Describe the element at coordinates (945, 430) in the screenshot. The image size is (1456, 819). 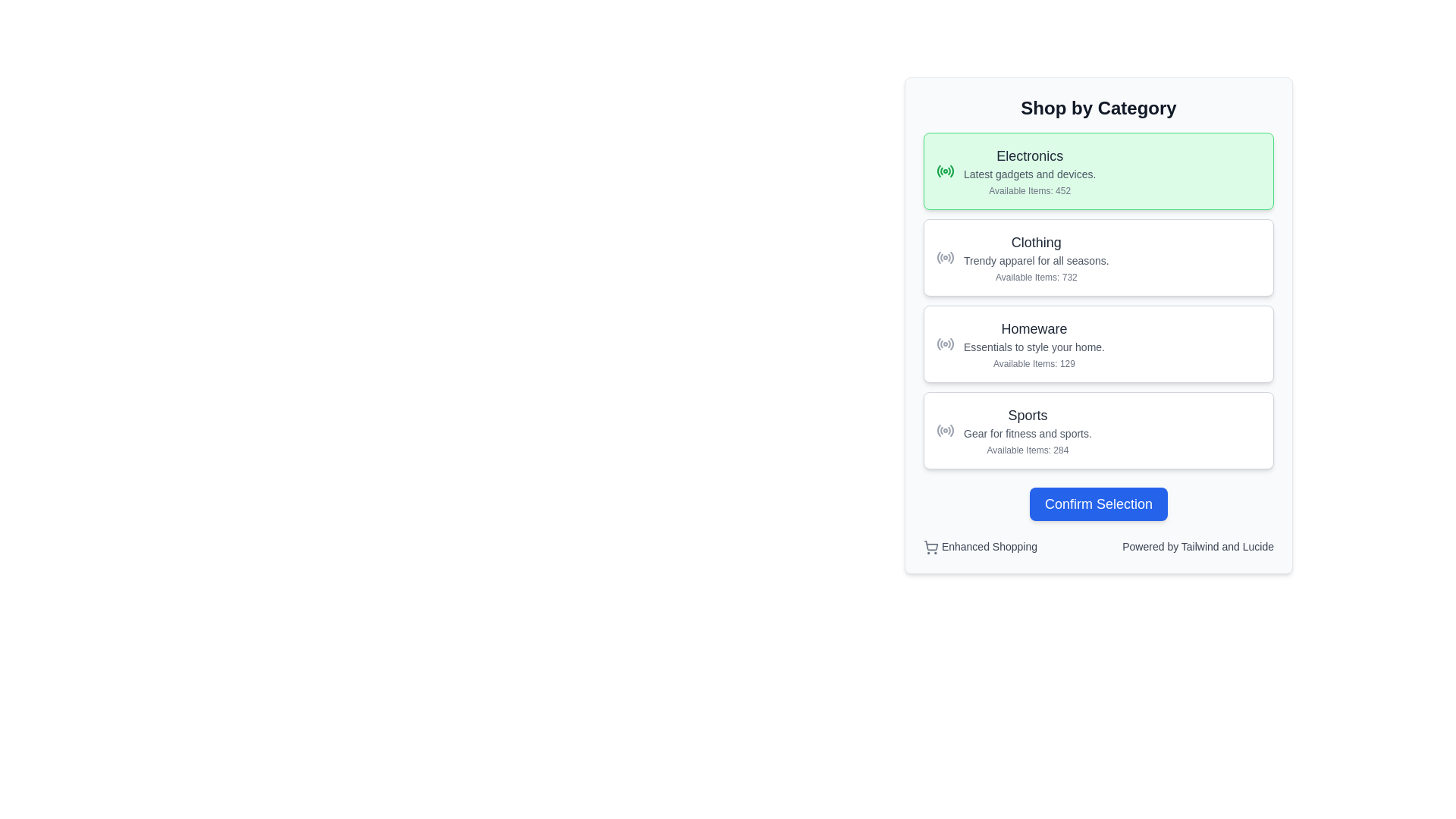
I see `the Sports category icon located on the left side of the line item labeled 'Sports' in the 'Shop by Category' section` at that location.